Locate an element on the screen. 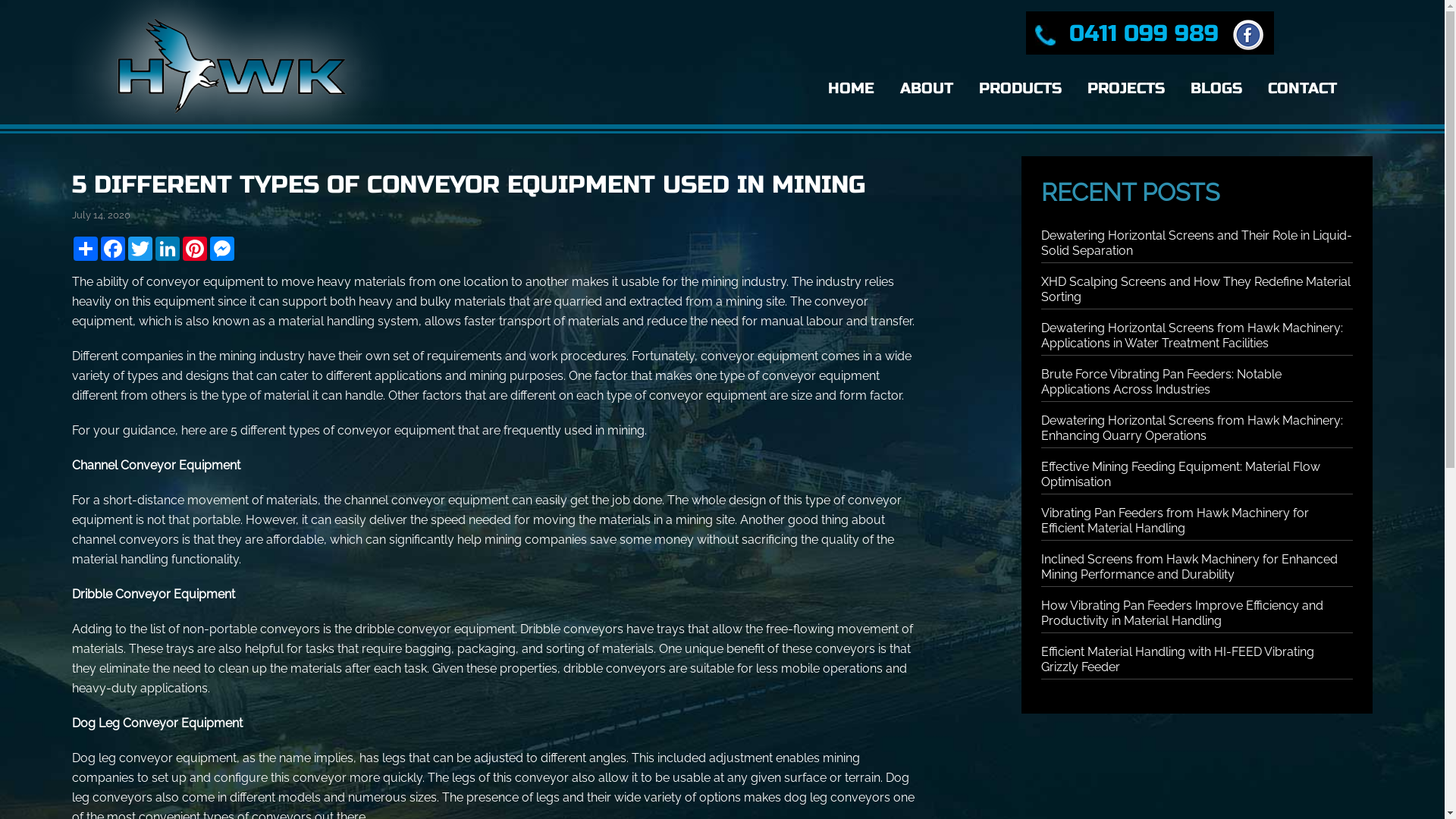  'BLOGS' is located at coordinates (1181, 88).